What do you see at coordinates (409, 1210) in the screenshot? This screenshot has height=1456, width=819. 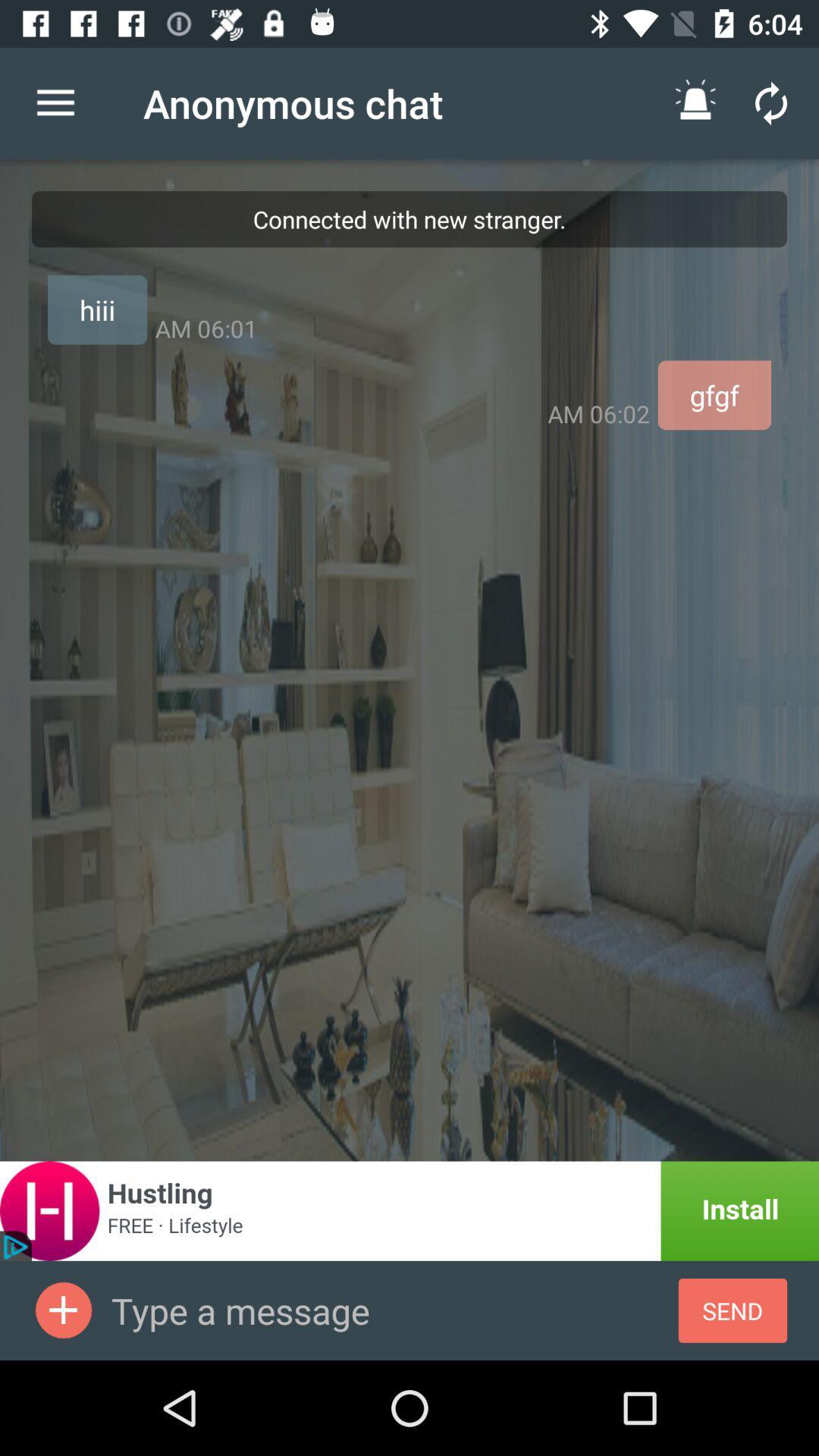 I see `advertisement` at bounding box center [409, 1210].